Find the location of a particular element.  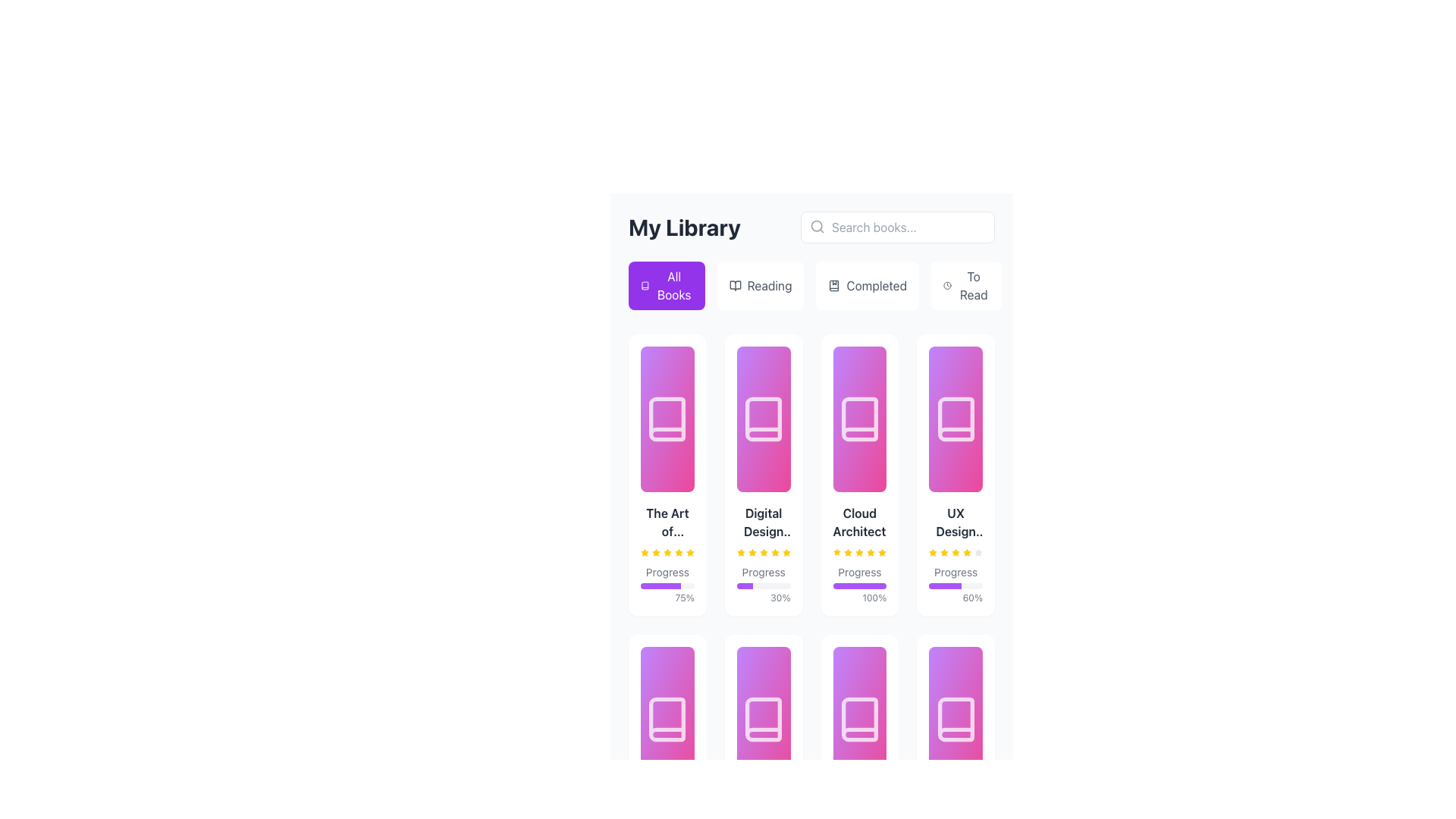

the graphical representation for the book 'The Art of Programming' located in the first row, first column of the library interface is located at coordinates (667, 419).